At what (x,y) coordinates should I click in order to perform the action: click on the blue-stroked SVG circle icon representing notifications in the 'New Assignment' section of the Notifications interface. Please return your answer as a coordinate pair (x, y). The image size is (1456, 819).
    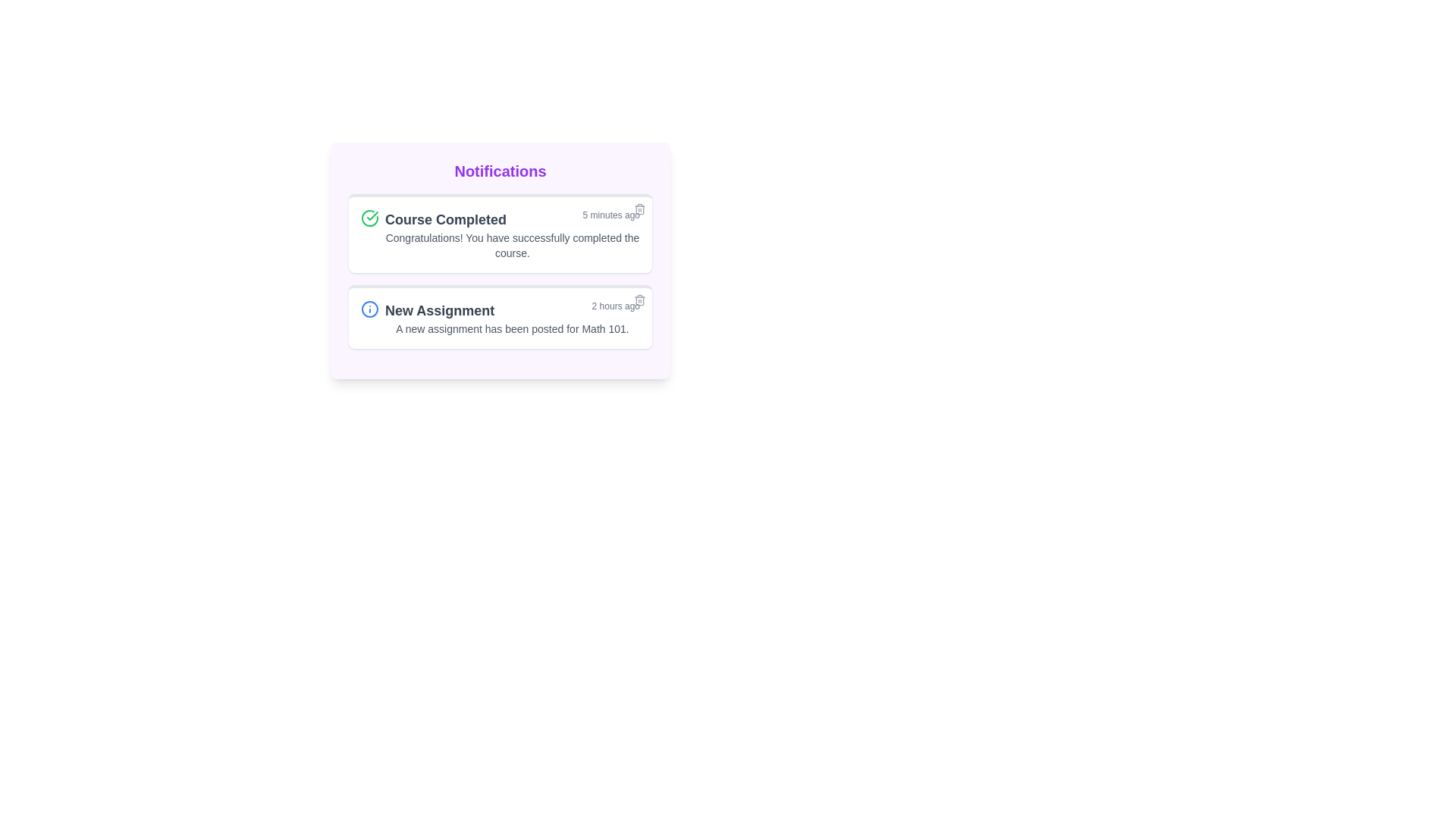
    Looking at the image, I should click on (370, 309).